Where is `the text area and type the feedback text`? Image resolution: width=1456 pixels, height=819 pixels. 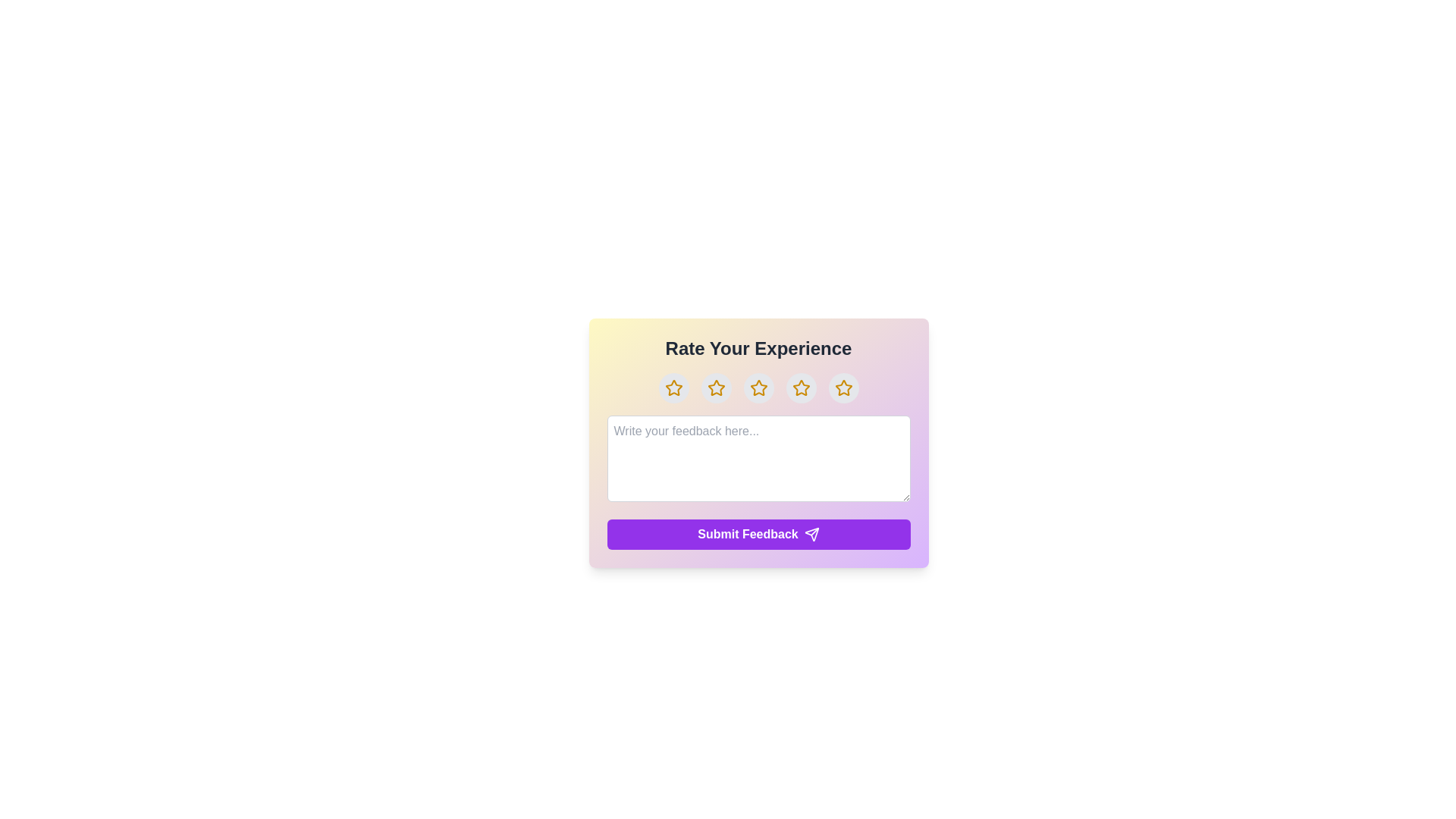 the text area and type the feedback text is located at coordinates (758, 458).